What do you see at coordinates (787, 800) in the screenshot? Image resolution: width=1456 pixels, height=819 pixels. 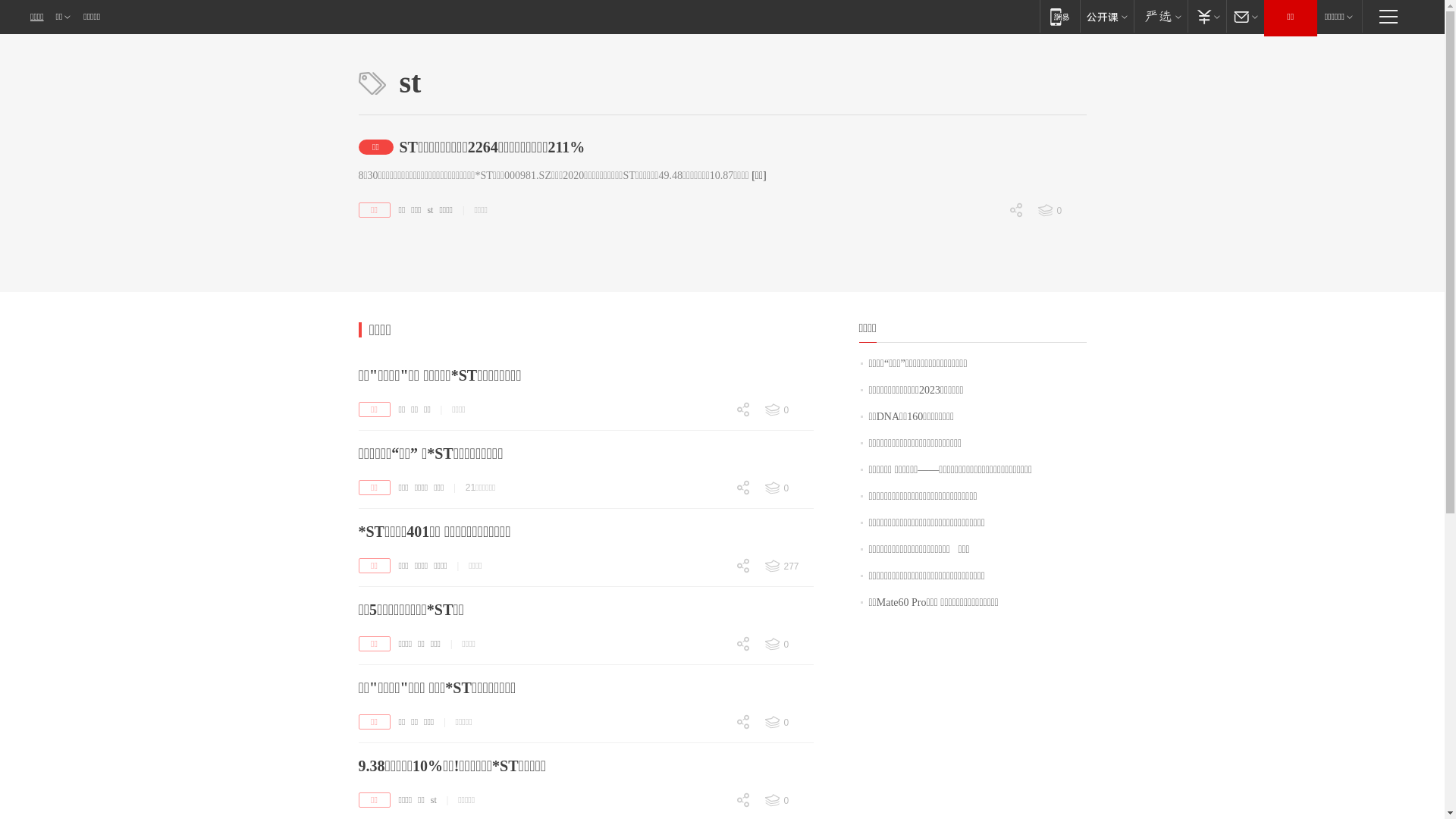 I see `'0'` at bounding box center [787, 800].